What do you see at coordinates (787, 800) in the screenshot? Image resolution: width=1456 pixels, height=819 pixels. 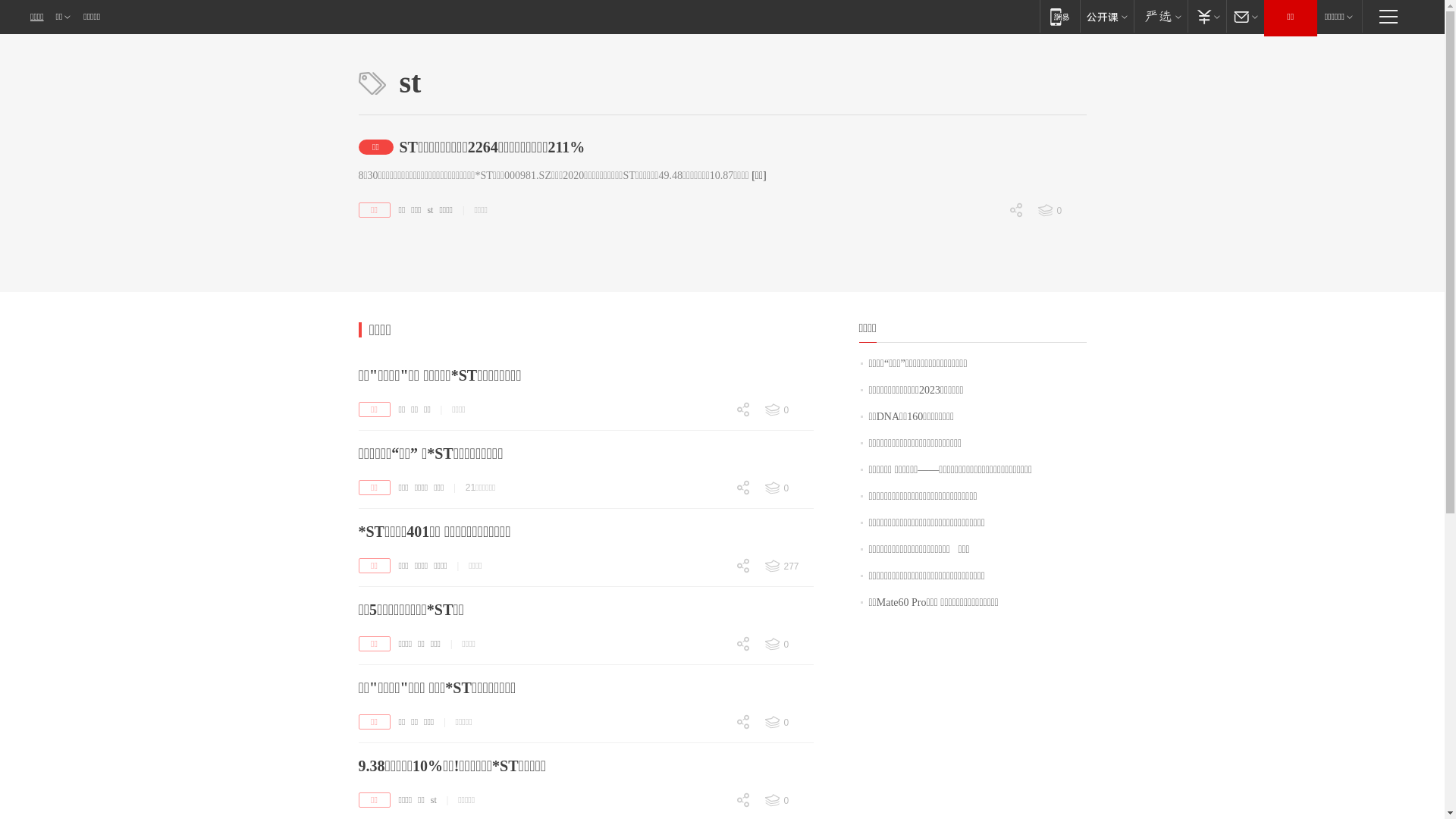 I see `'0'` at bounding box center [787, 800].